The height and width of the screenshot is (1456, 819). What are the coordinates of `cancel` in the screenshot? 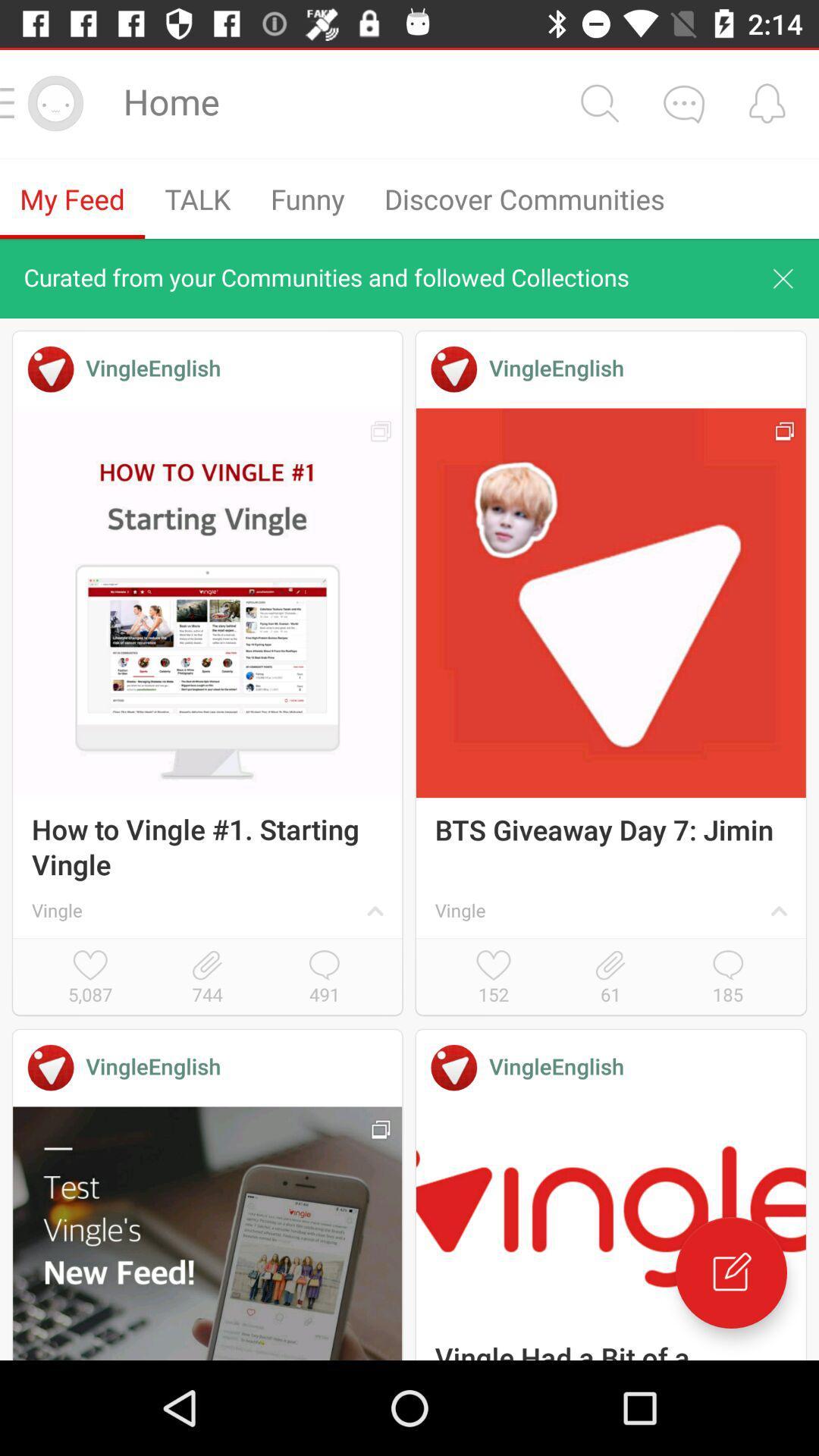 It's located at (783, 278).